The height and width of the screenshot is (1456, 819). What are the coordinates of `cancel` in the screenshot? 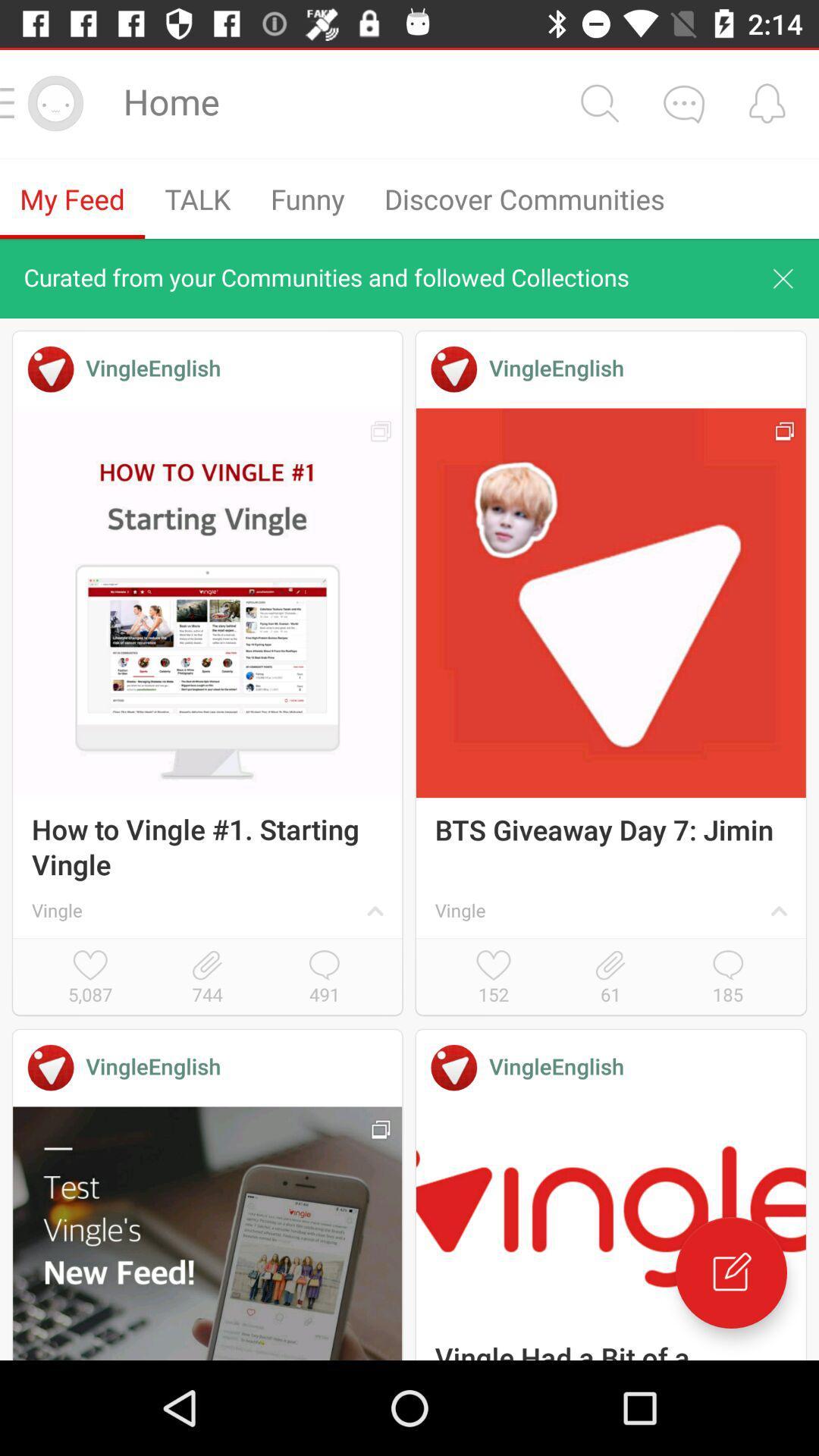 It's located at (783, 278).